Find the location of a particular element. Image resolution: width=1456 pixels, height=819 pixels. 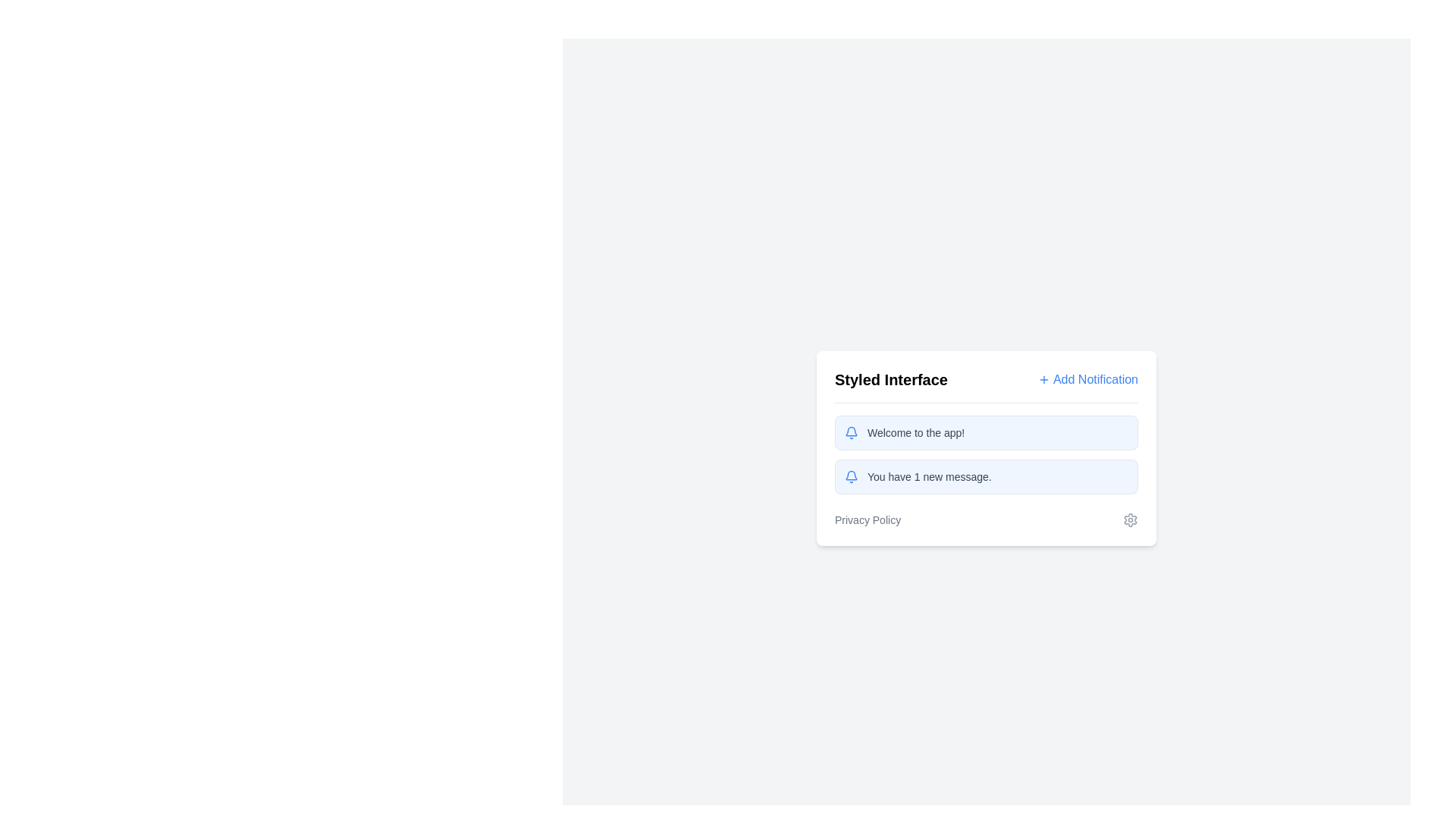

the plus icon located to the left of the 'Add Notification' text for tooltip or visual feedback is located at coordinates (1043, 378).